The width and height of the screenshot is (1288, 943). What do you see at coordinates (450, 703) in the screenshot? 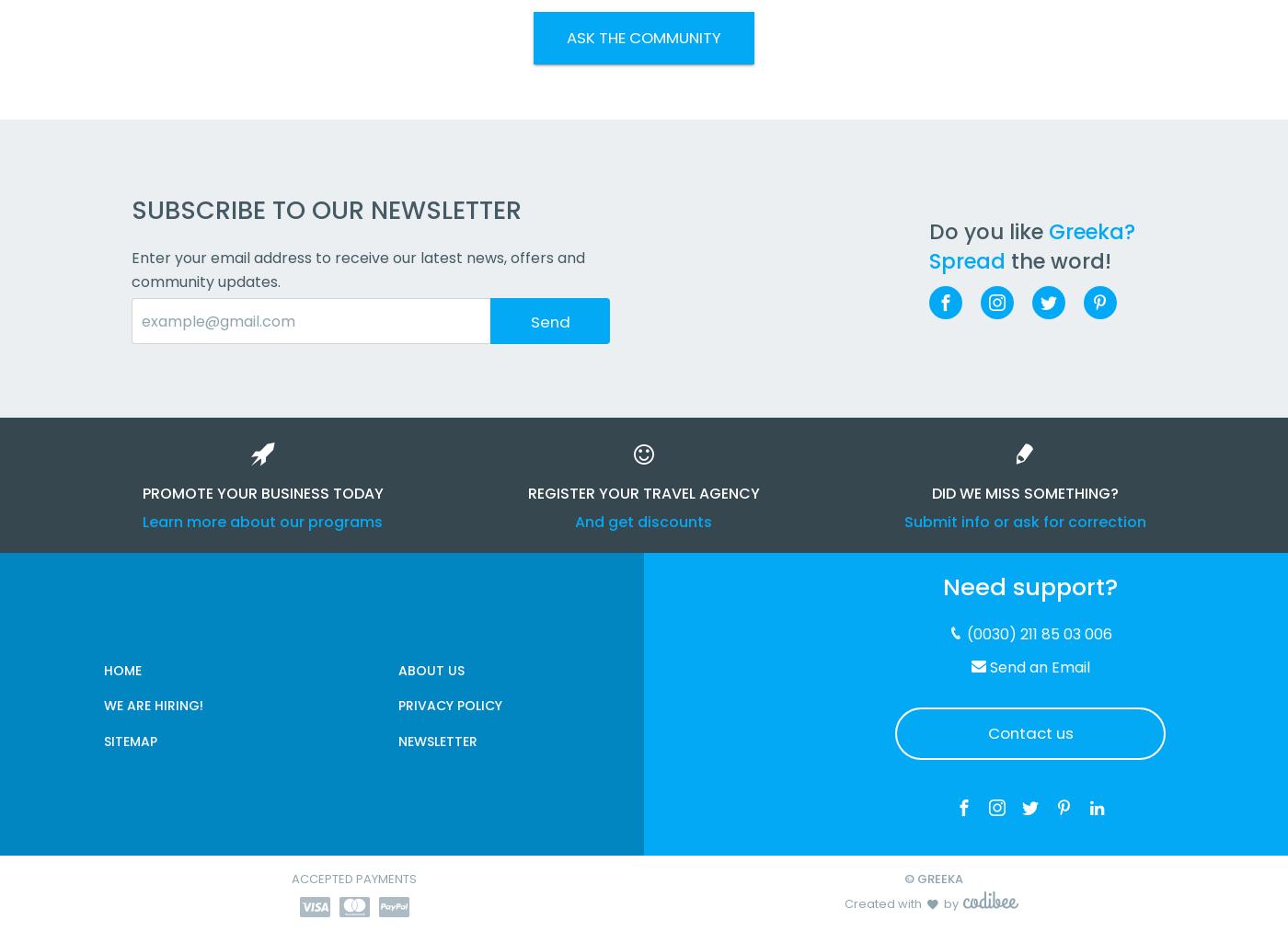
I see `'Privacy Policy'` at bounding box center [450, 703].